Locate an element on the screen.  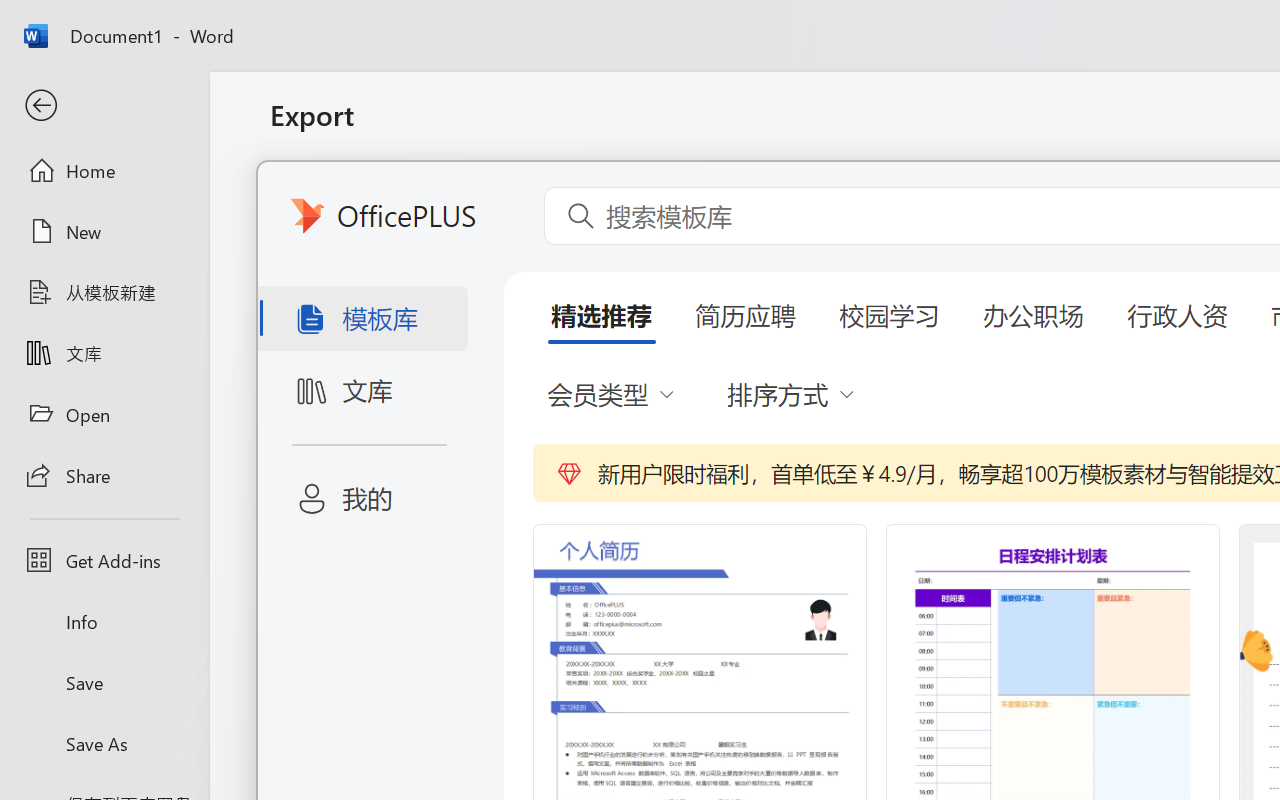
'Get Add-ins' is located at coordinates (103, 560).